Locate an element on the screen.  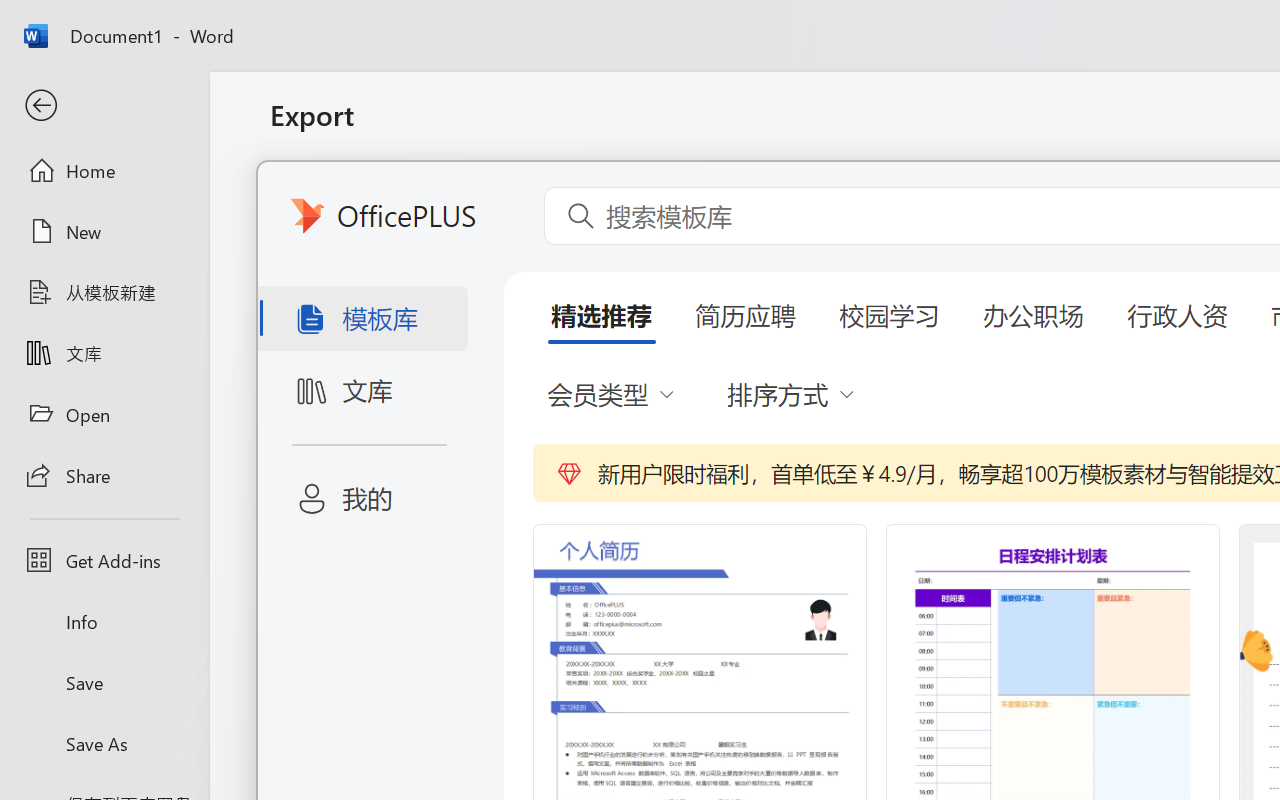
'Get Add-ins' is located at coordinates (103, 560).